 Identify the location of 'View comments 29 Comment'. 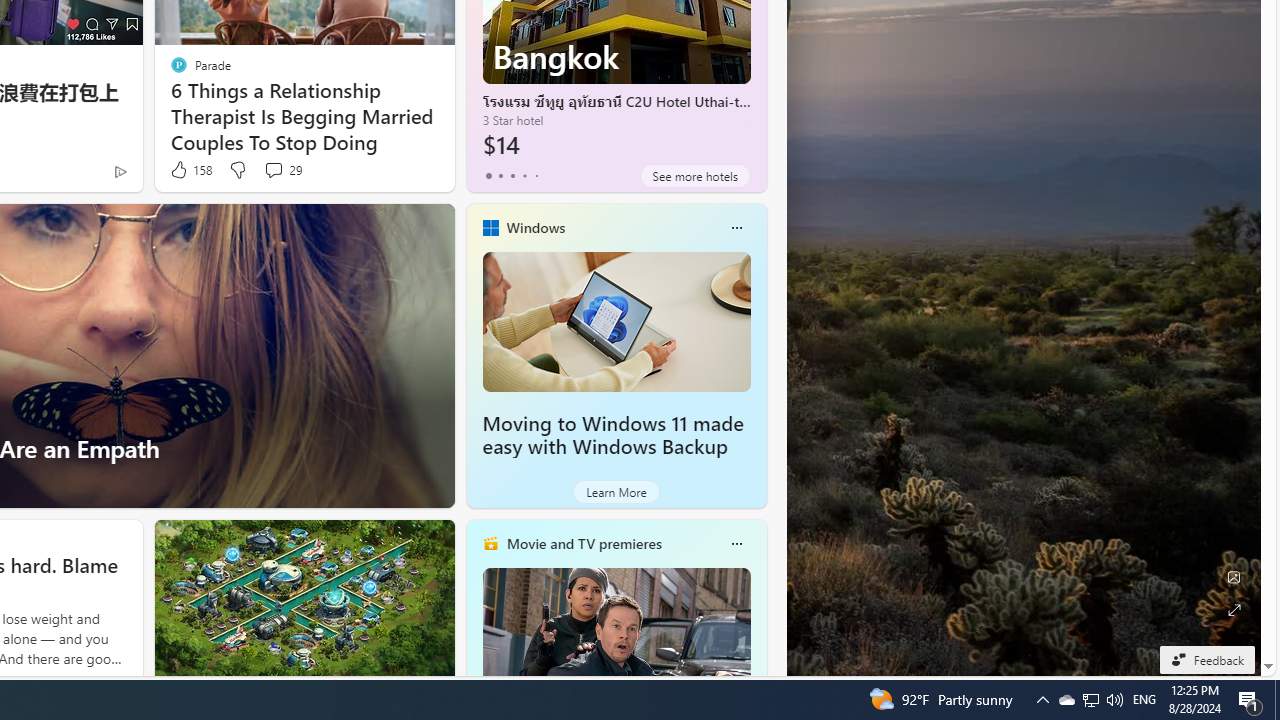
(281, 169).